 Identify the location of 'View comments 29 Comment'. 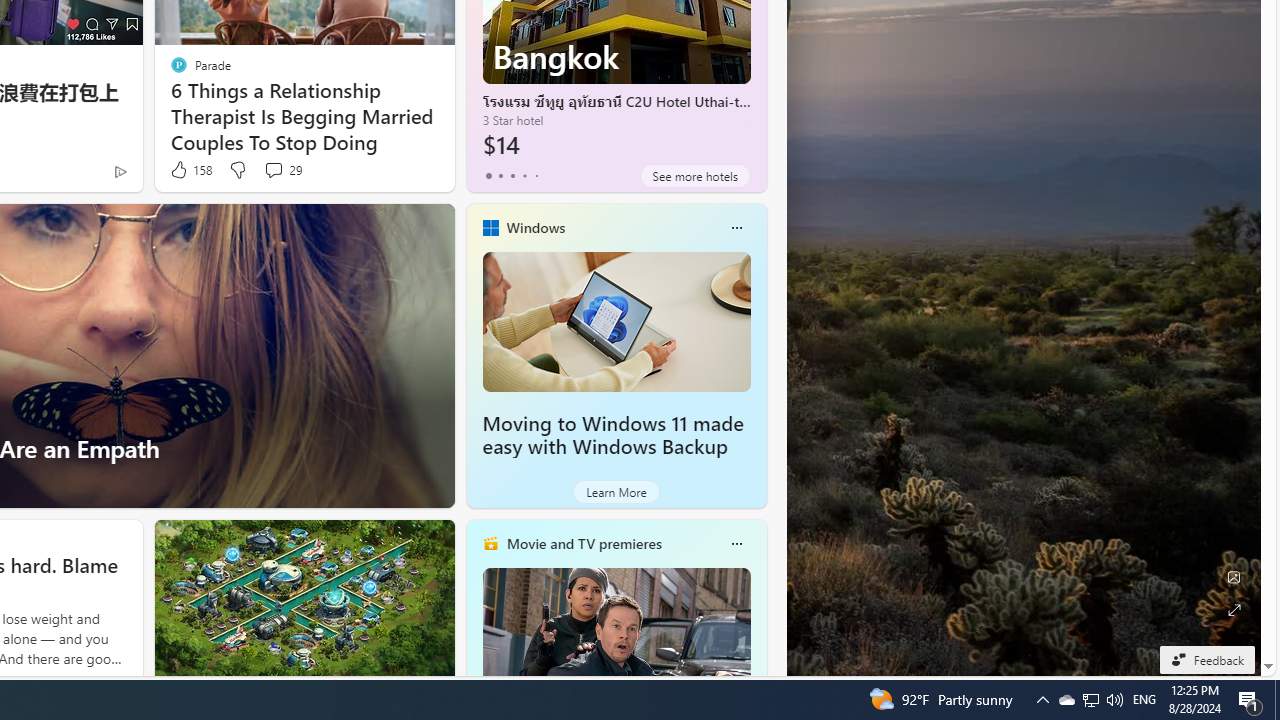
(281, 169).